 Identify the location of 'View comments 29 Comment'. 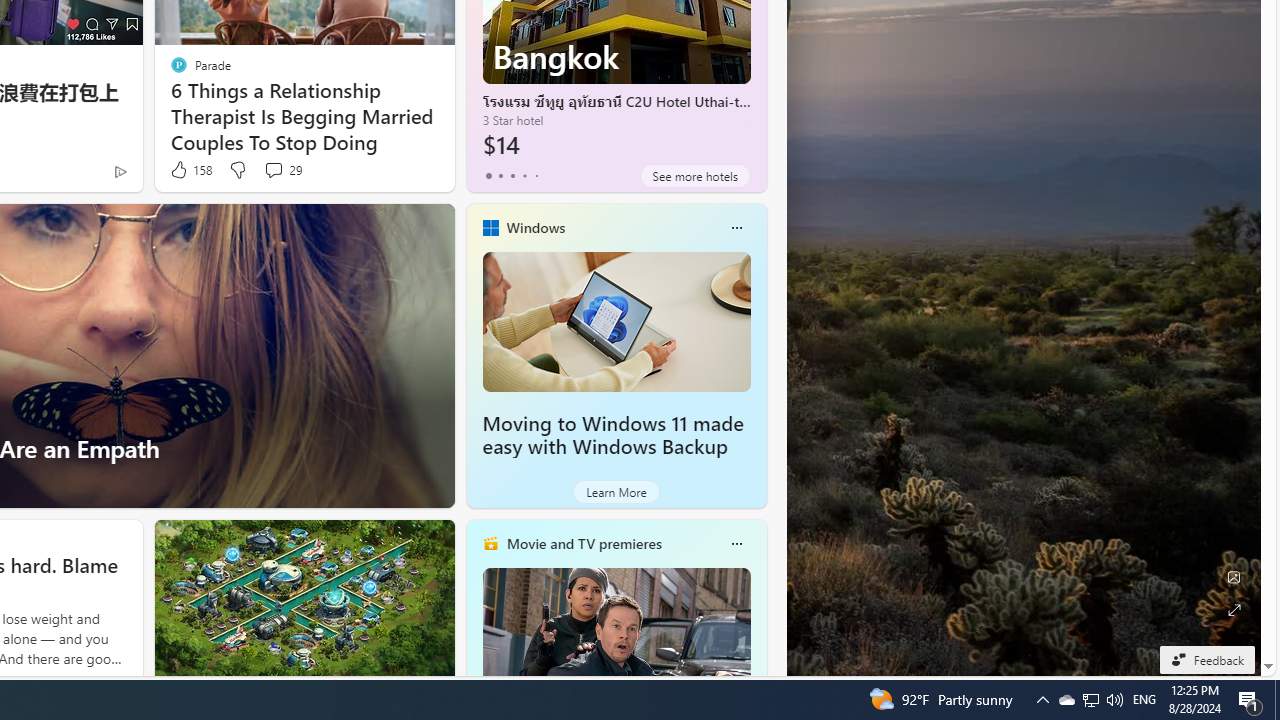
(281, 169).